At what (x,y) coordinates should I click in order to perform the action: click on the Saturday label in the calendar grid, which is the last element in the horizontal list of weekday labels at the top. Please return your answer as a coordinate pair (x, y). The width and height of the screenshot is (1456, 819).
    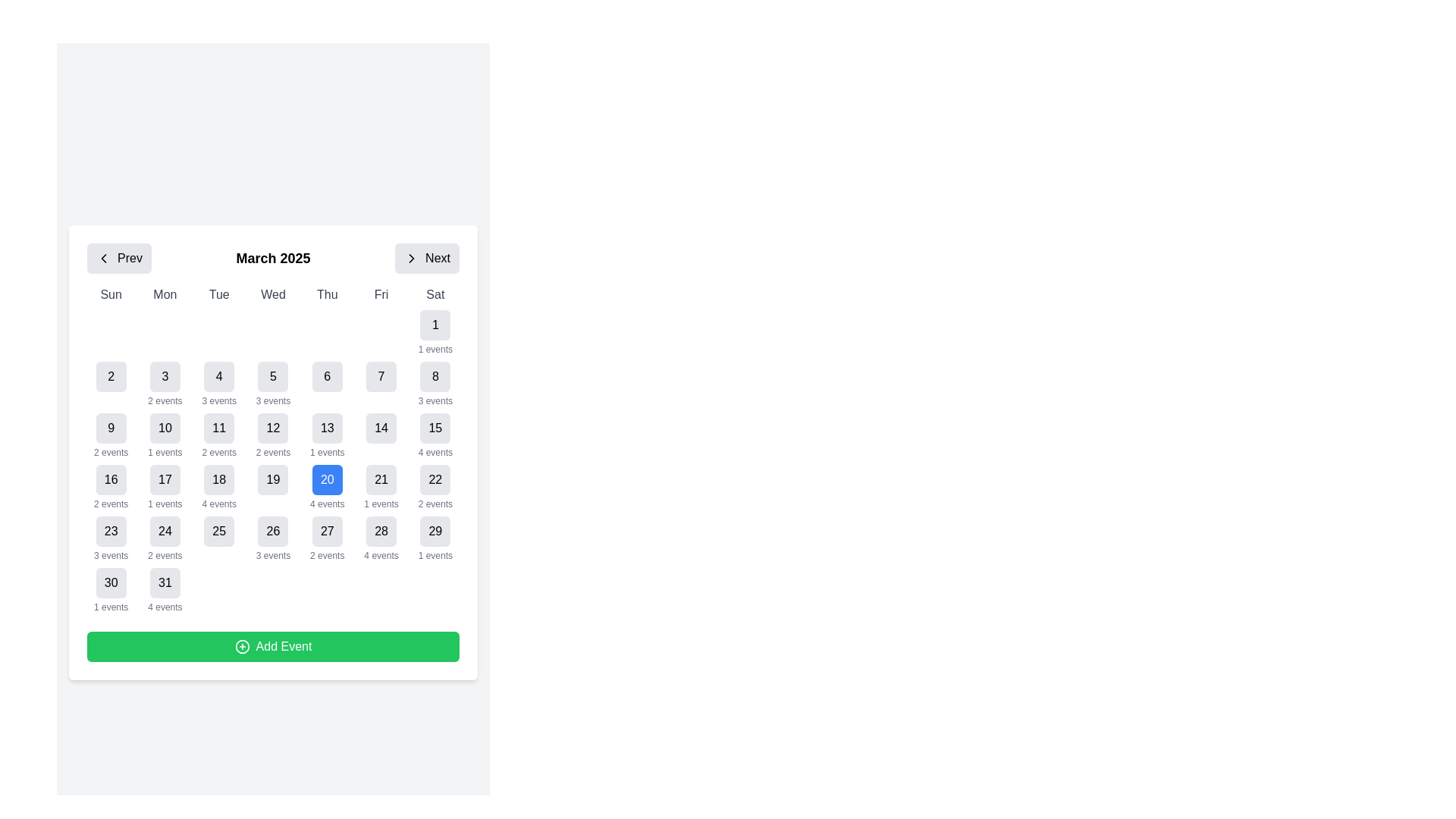
    Looking at the image, I should click on (435, 295).